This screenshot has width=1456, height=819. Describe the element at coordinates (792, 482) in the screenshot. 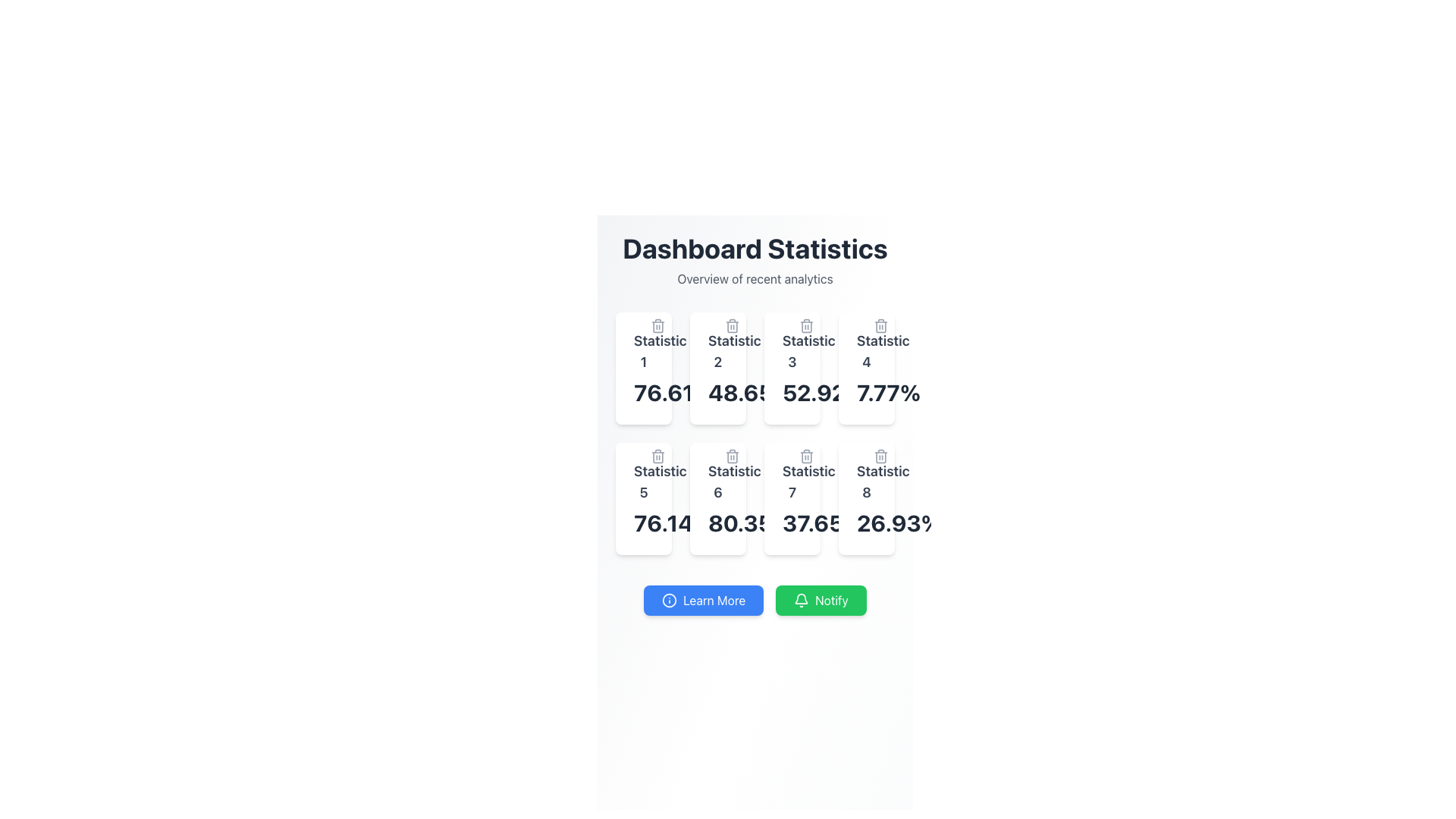

I see `the static text label displaying 'Statistic 7' in a bold font style, located at the top of a white card with rounded corners and shadow effect, situated in the second row, third column of a grid layout` at that location.